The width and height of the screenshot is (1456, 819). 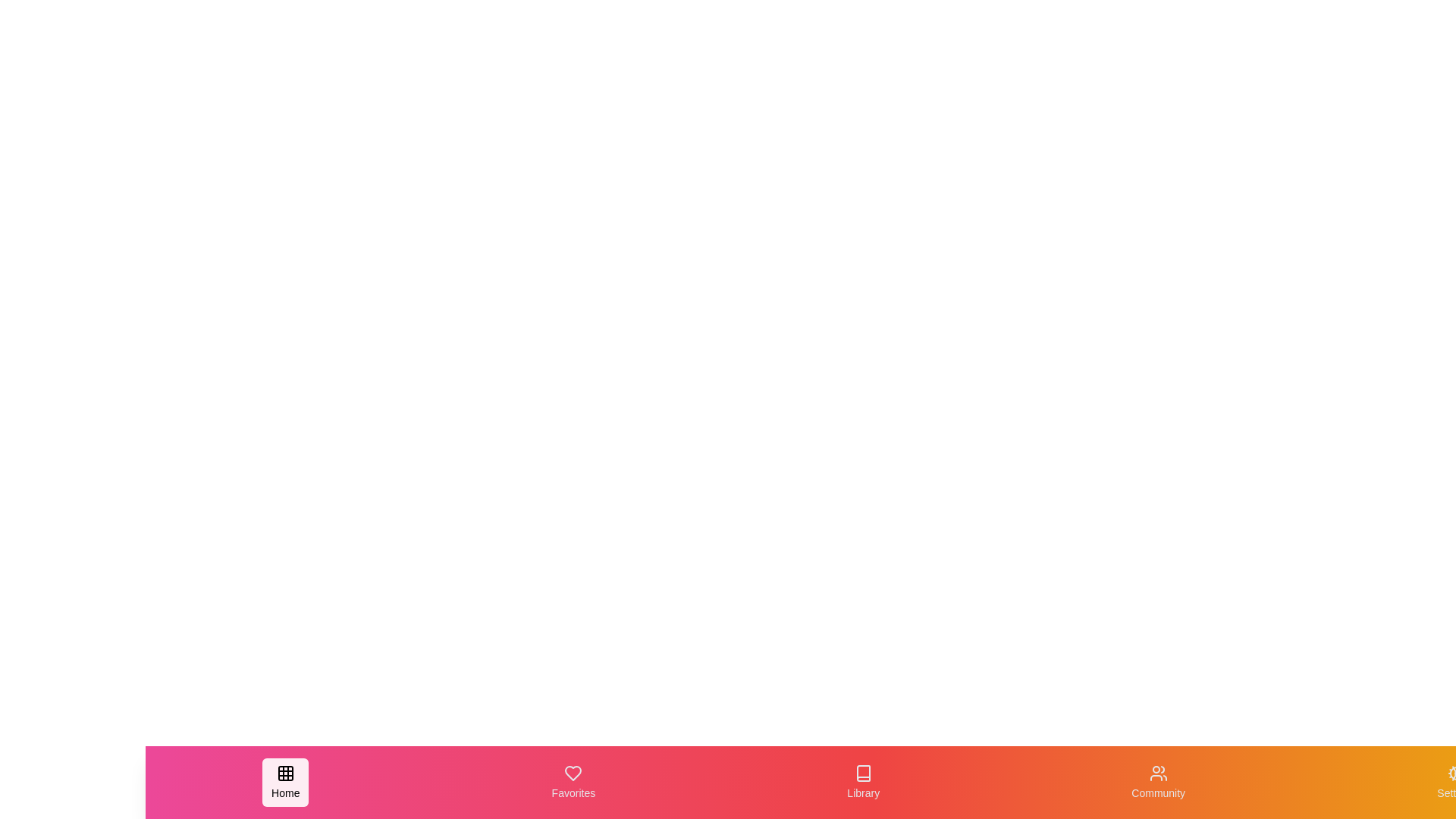 What do you see at coordinates (863, 783) in the screenshot?
I see `the navigation item Library` at bounding box center [863, 783].